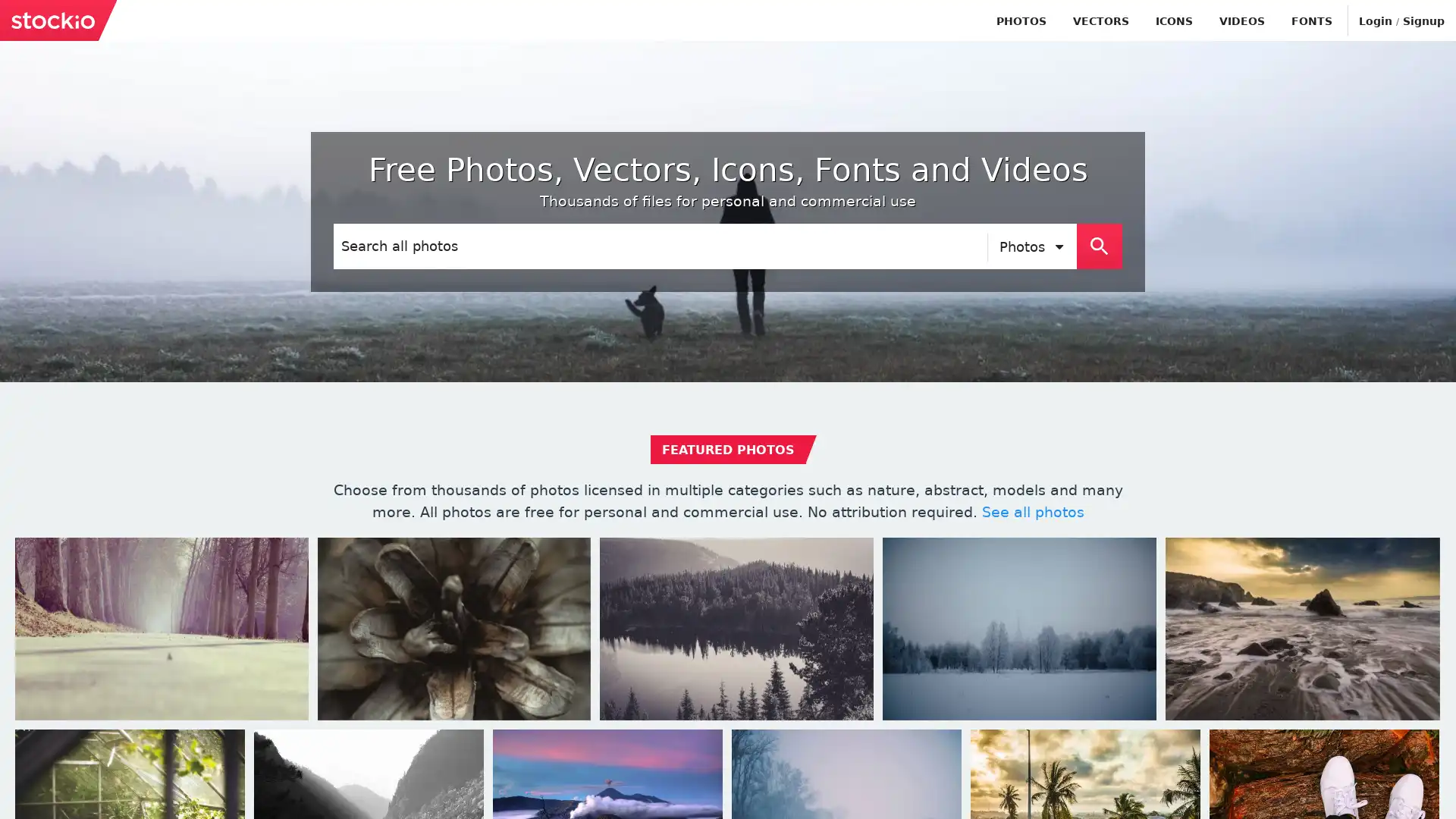  I want to click on SEARCH, so click(1099, 245).